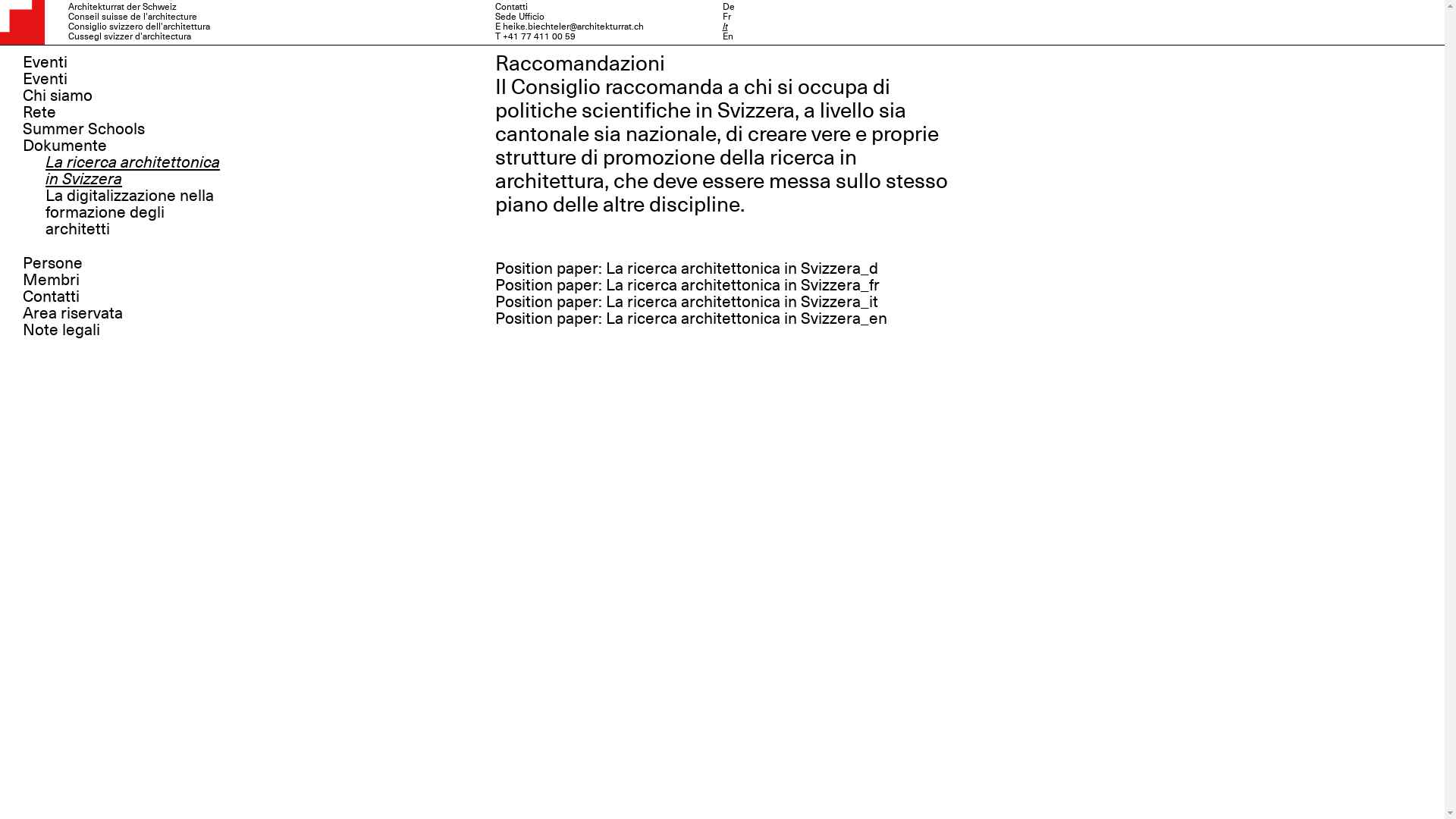 This screenshot has width=1456, height=819. I want to click on 'Position paper: La ricerca architettonica in Svizzera_fr', so click(686, 284).